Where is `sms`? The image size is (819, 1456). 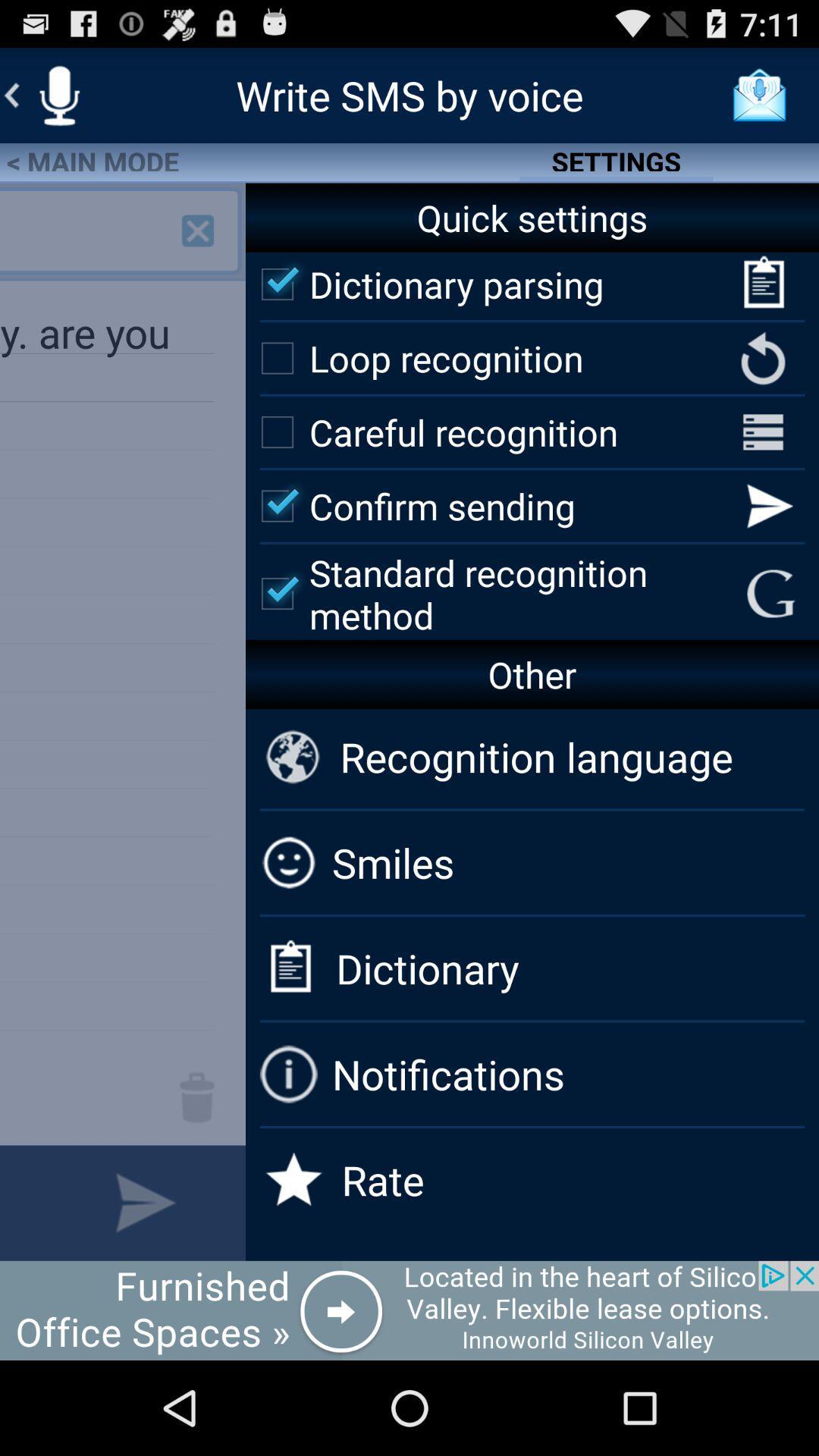
sms is located at coordinates (58, 94).